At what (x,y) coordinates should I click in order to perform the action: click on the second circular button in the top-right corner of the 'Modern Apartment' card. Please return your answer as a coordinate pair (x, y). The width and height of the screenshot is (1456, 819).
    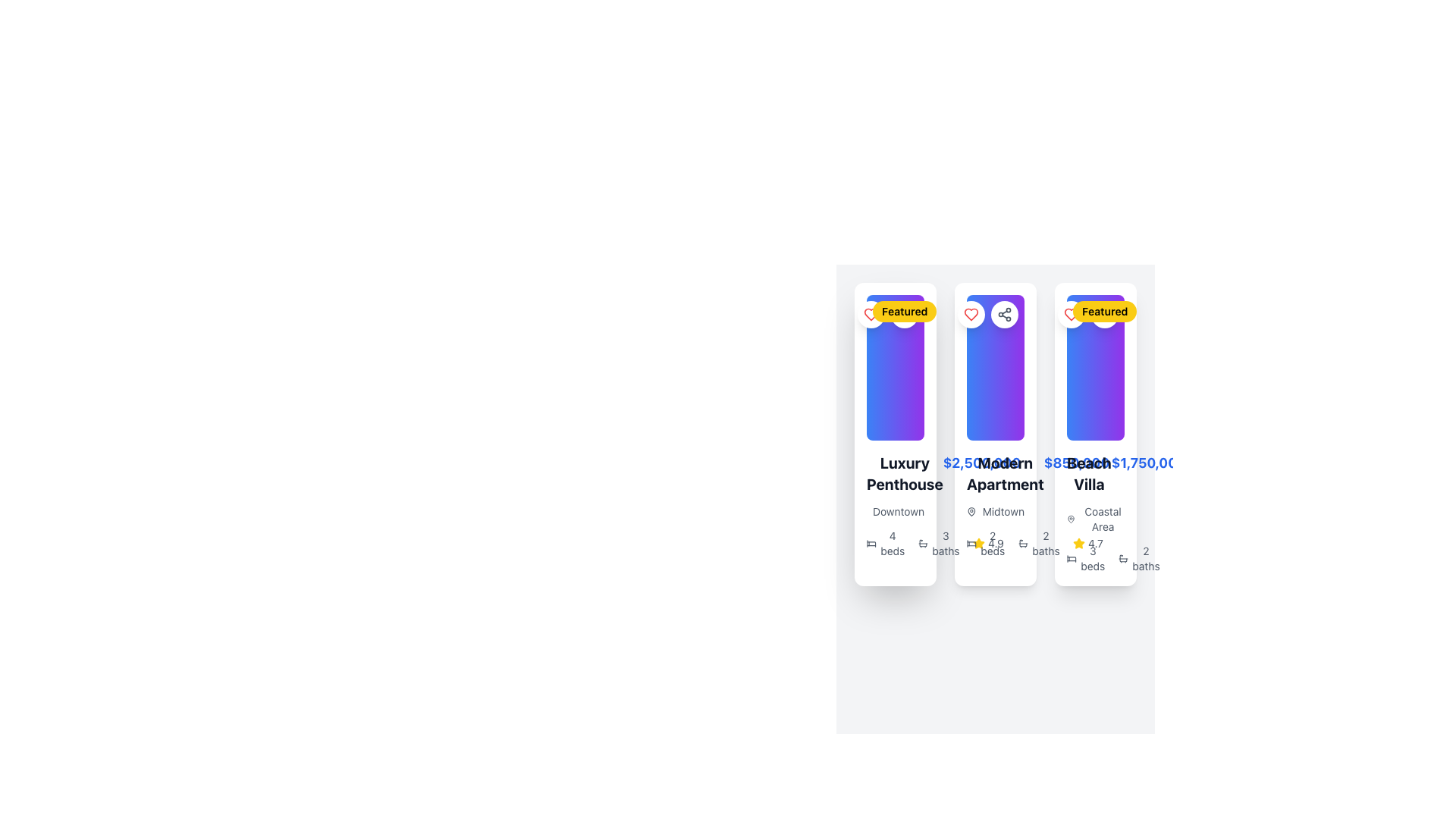
    Looking at the image, I should click on (1004, 314).